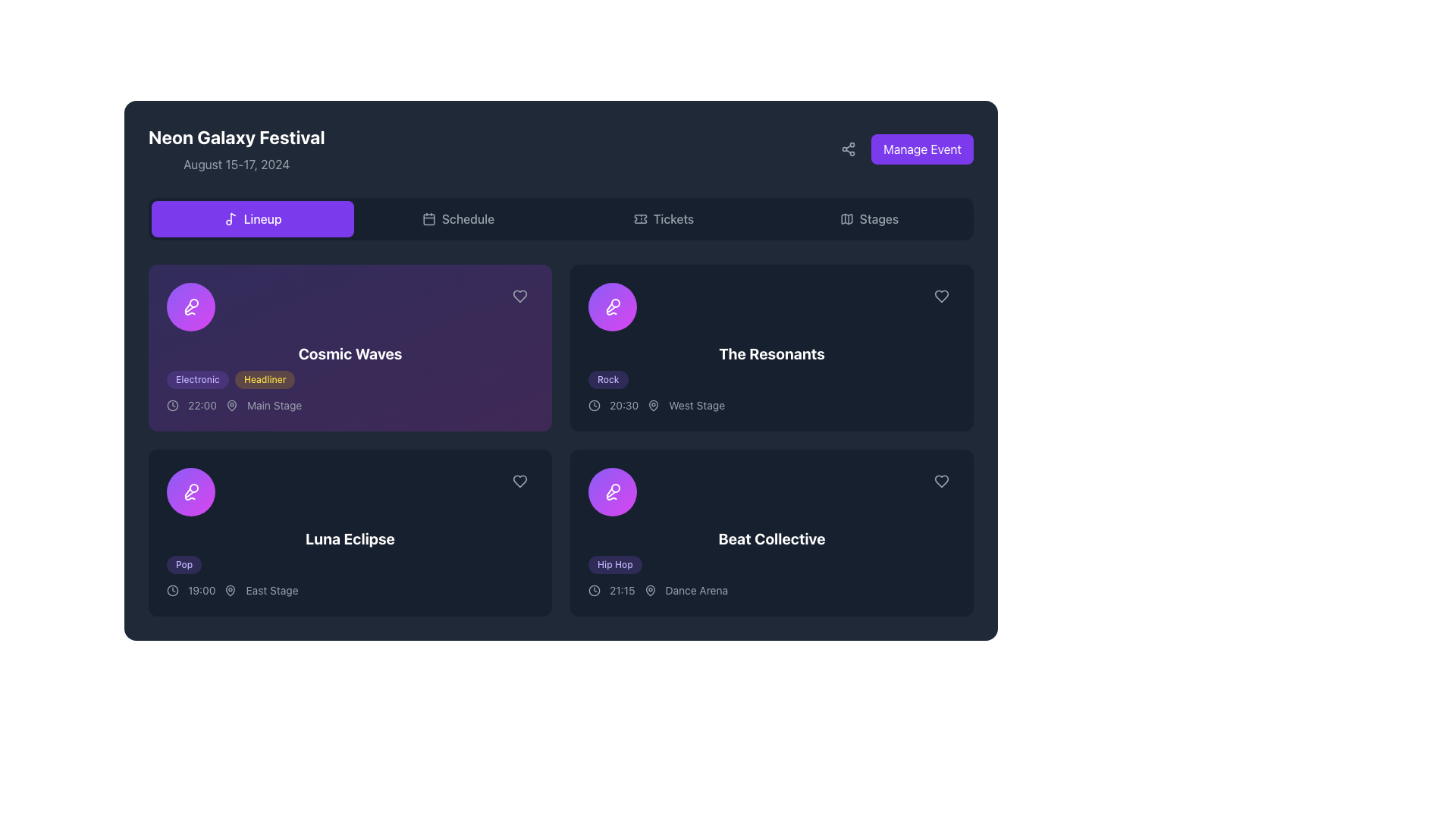  I want to click on the heart icon button located at the top-right corner of the 'Beat Collective' card, so click(941, 482).